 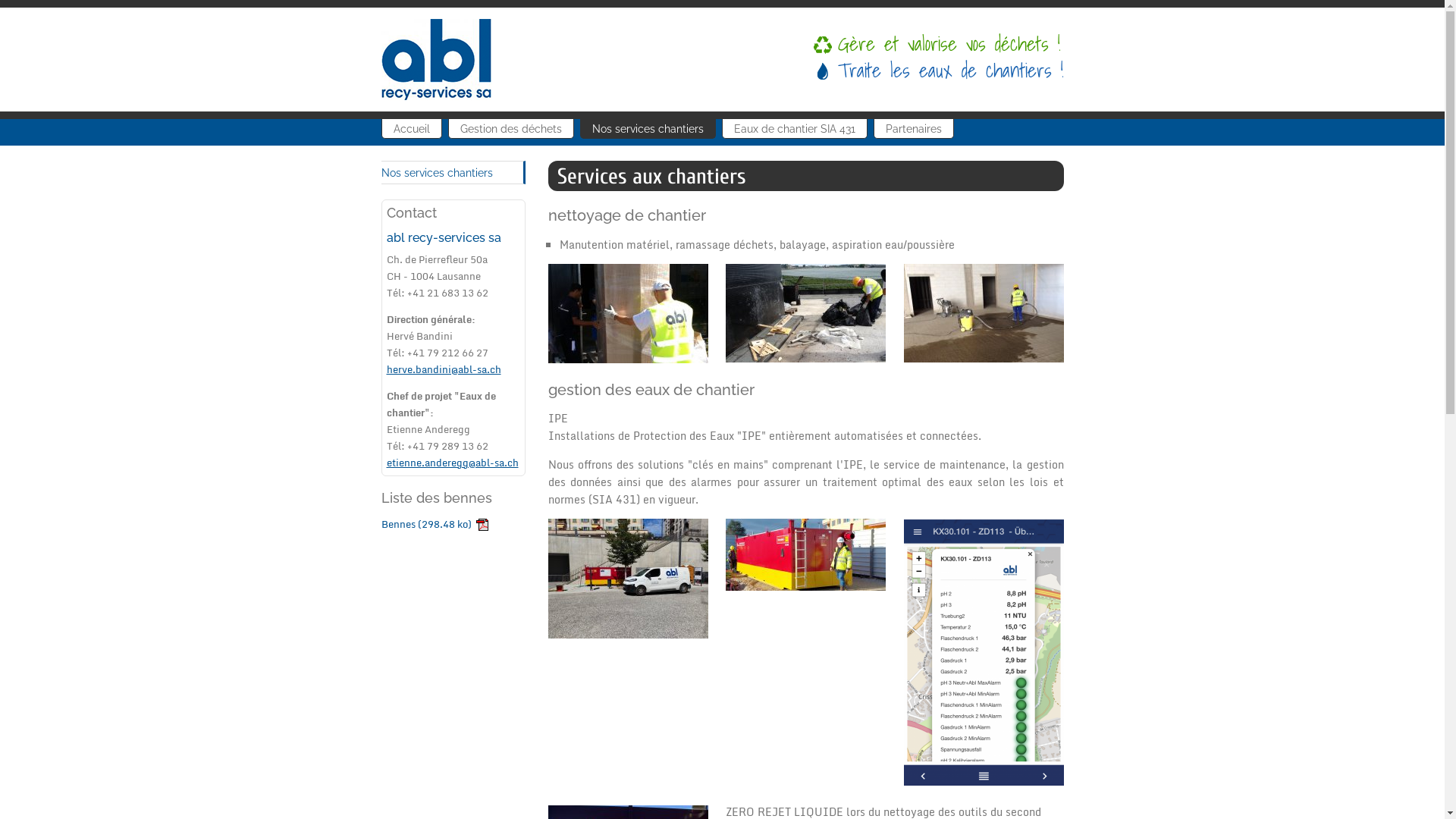 What do you see at coordinates (647, 127) in the screenshot?
I see `'Nos services chantiers'` at bounding box center [647, 127].